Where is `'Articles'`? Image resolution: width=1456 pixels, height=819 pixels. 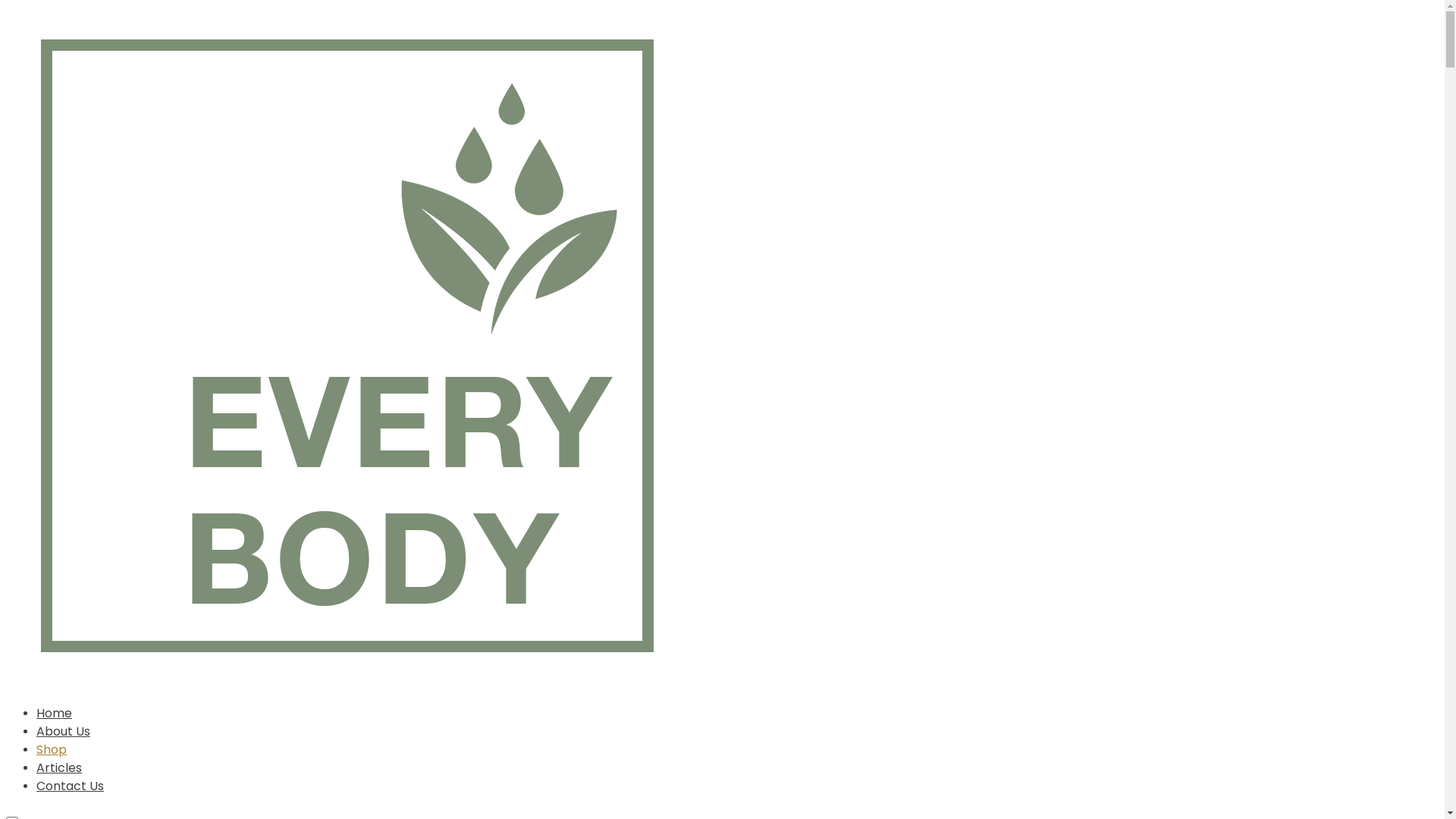 'Articles' is located at coordinates (58, 767).